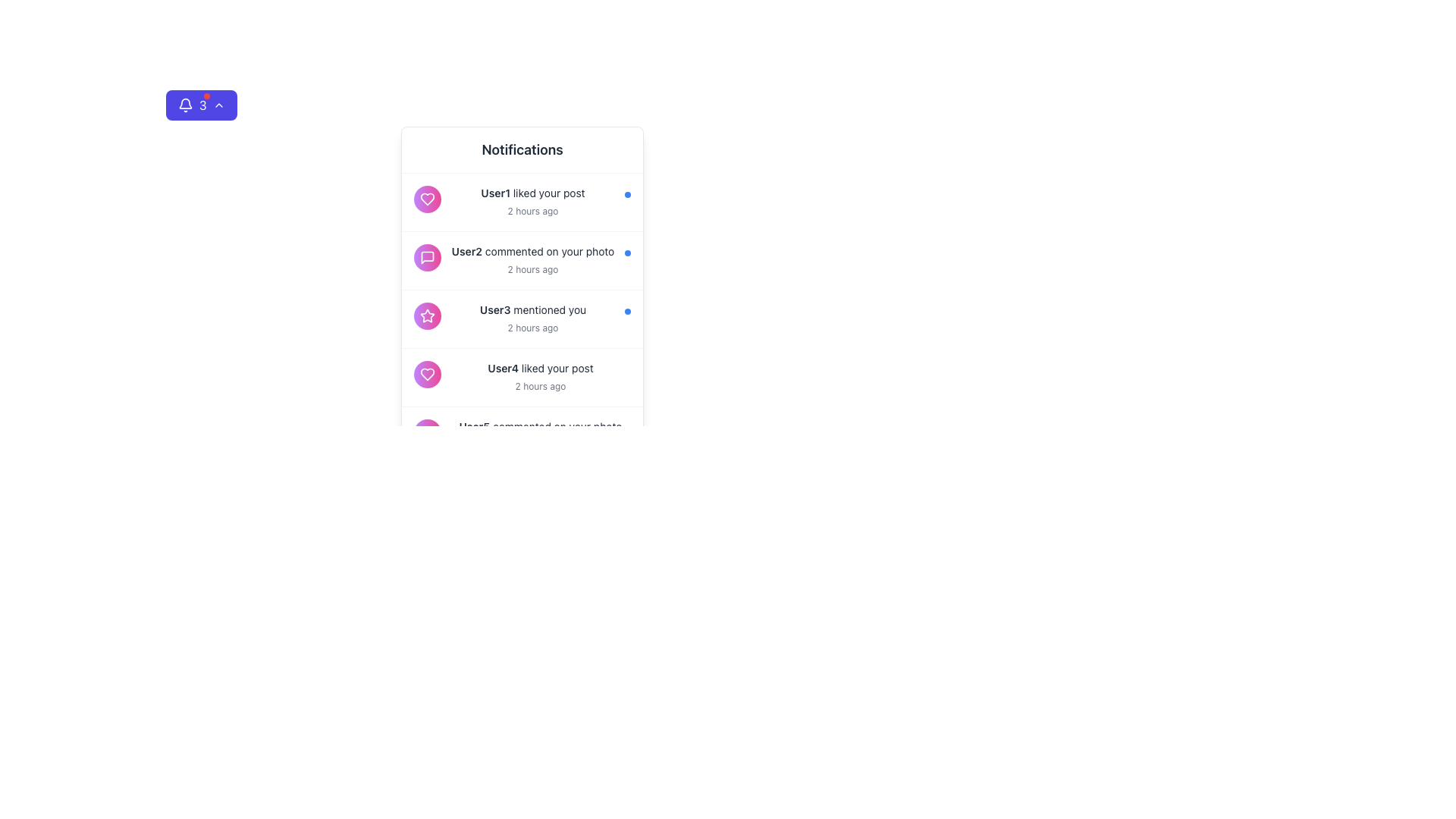 The image size is (1456, 819). Describe the element at coordinates (522, 318) in the screenshot. I see `notification details from the scrollable list located midway within the notifications panel, below the heading and above the footer` at that location.